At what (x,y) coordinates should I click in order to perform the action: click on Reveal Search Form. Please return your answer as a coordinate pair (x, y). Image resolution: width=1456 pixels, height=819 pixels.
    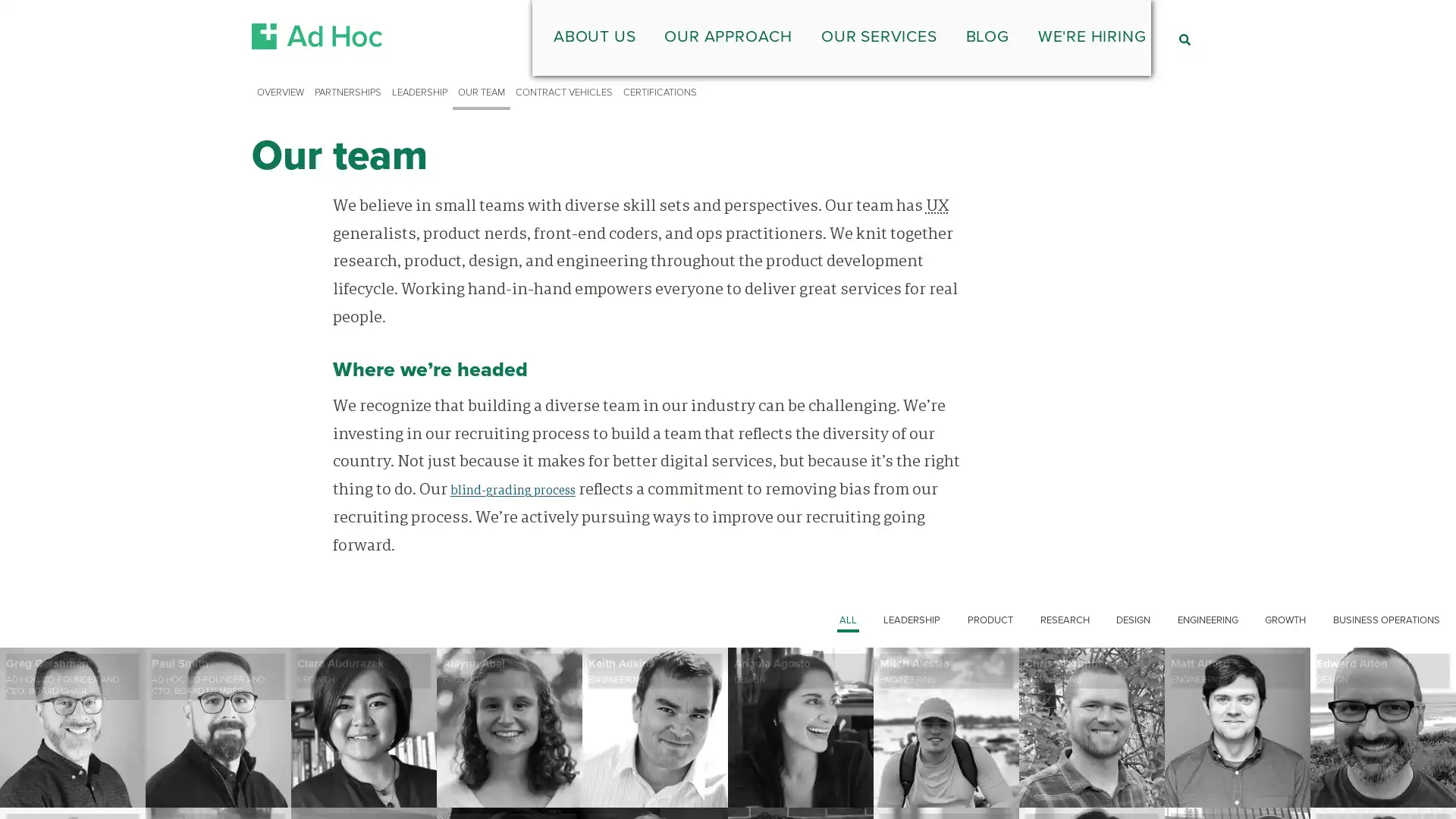
    Looking at the image, I should click on (1183, 39).